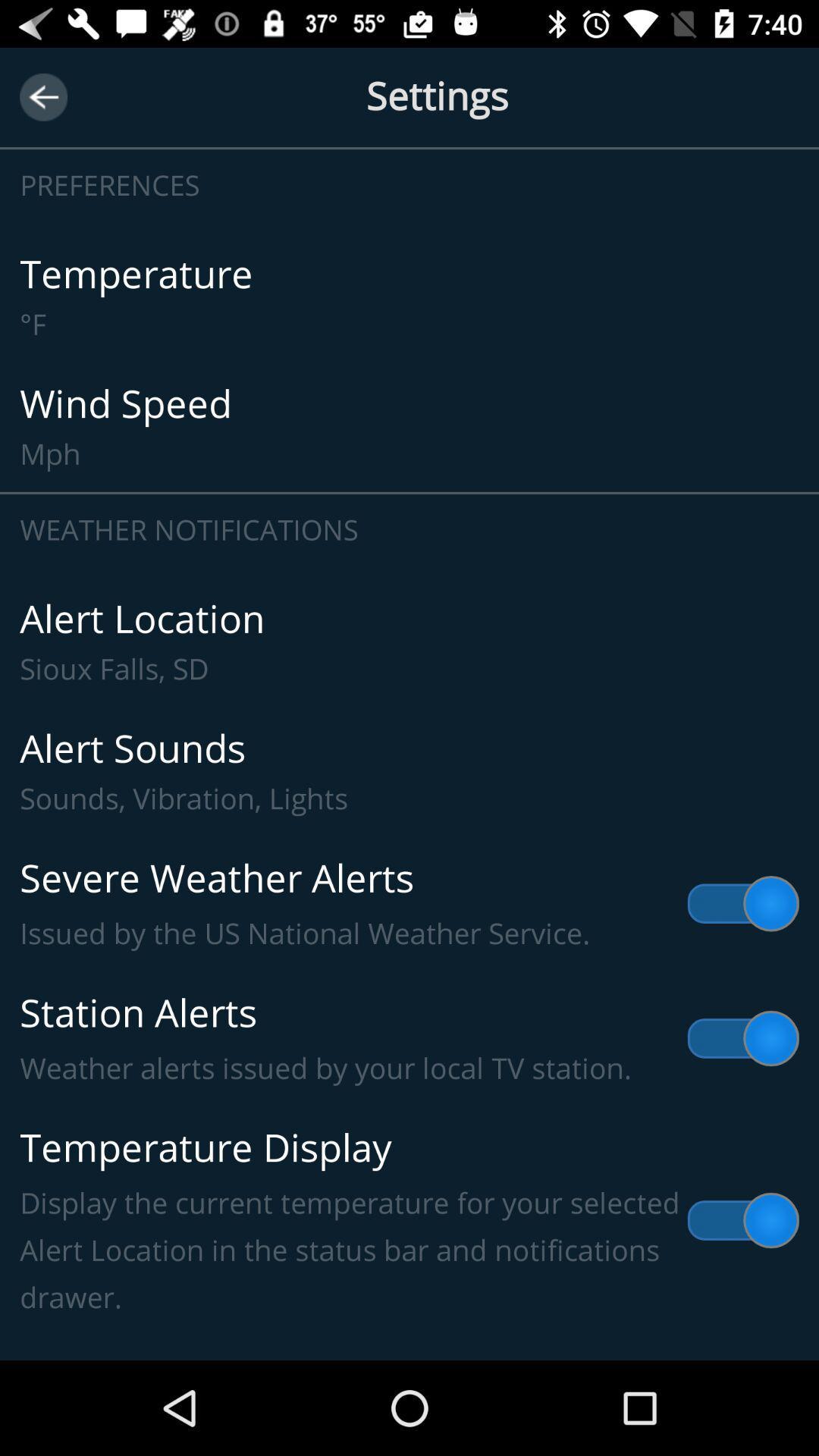 This screenshot has width=819, height=1456. What do you see at coordinates (409, 1220) in the screenshot?
I see `the temperature display display item` at bounding box center [409, 1220].